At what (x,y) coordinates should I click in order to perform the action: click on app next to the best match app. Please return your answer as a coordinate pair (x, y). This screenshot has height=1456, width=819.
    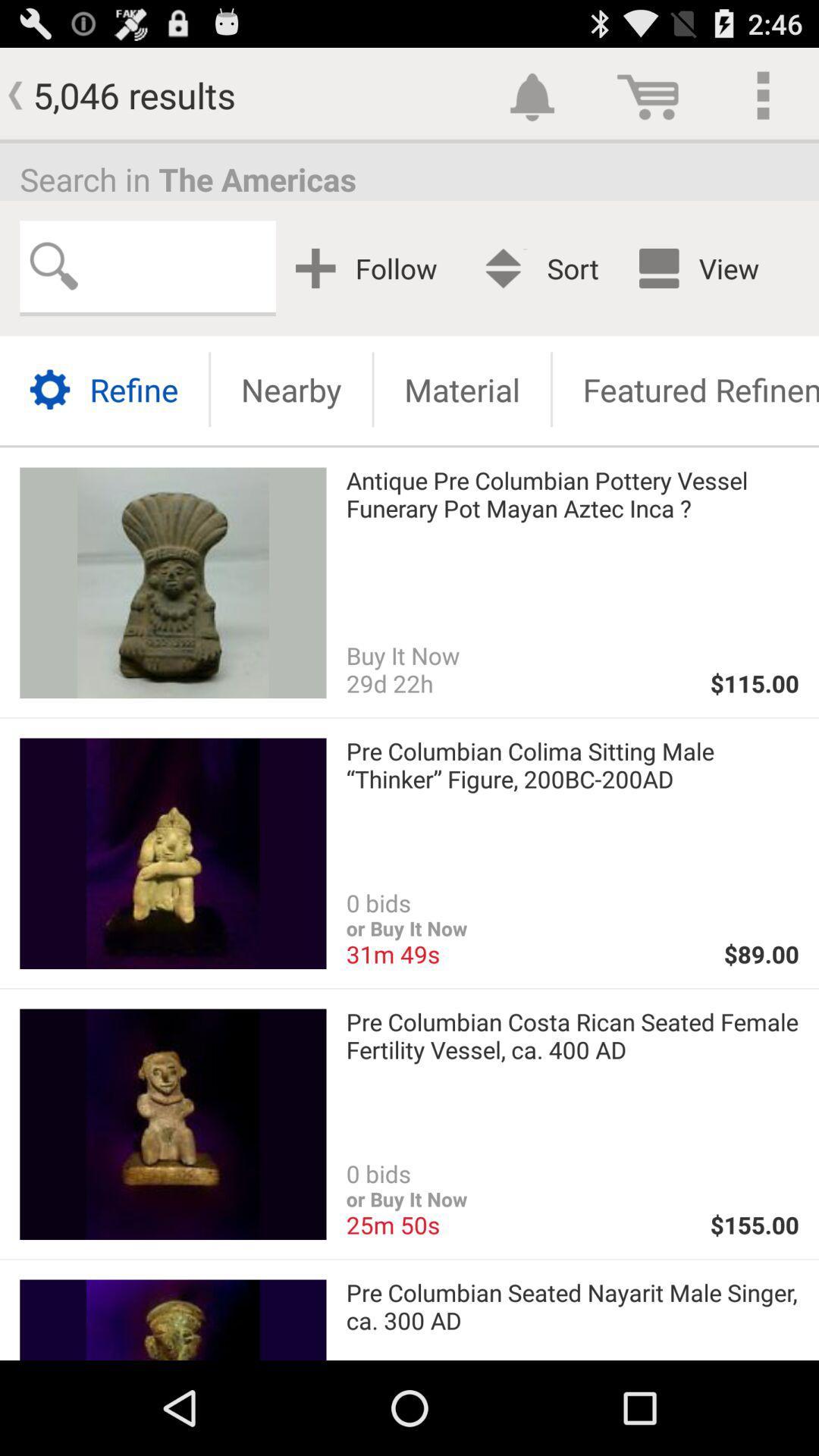
    Looking at the image, I should click on (372, 268).